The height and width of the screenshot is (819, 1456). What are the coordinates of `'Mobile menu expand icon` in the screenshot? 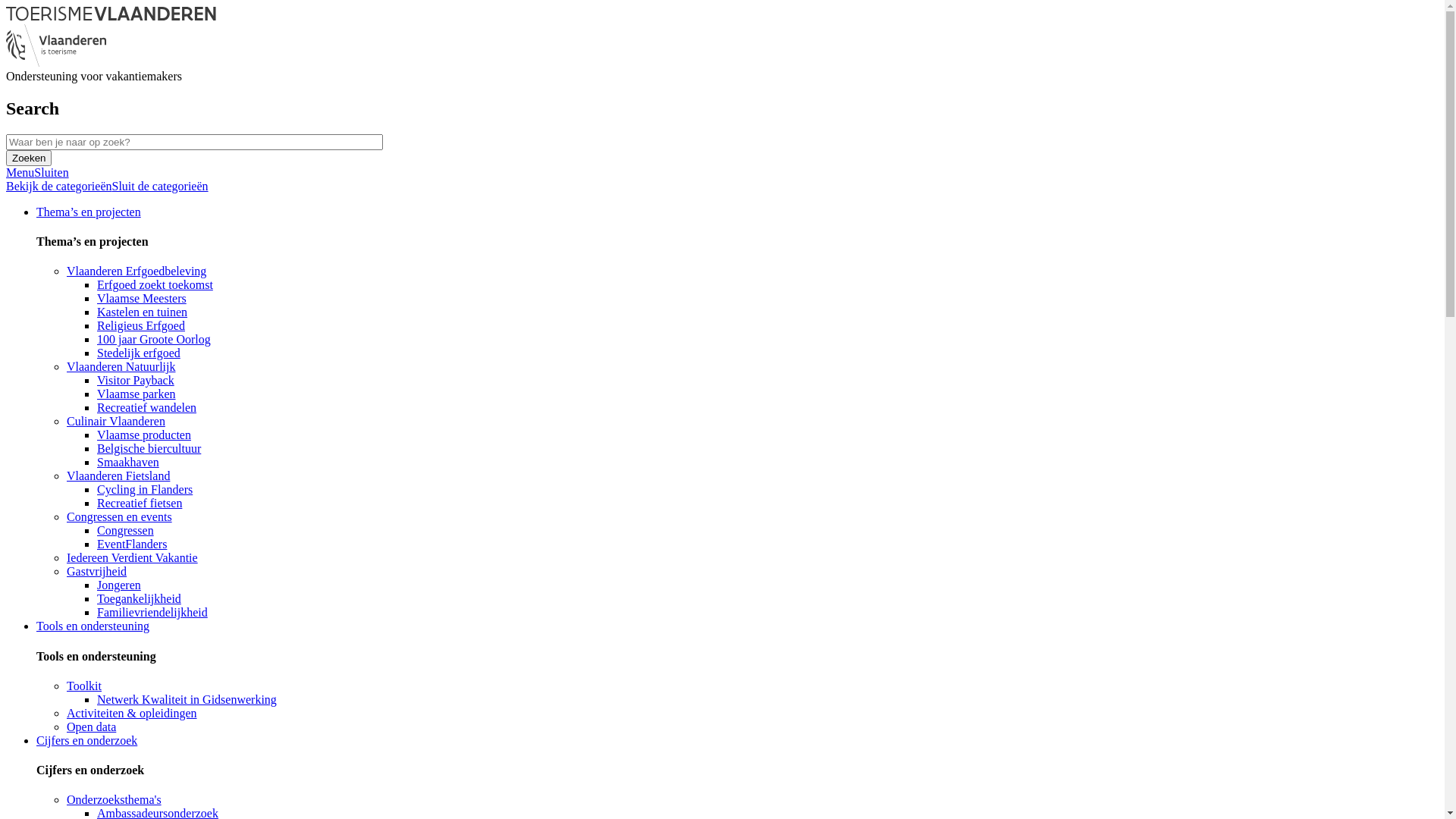 It's located at (37, 171).